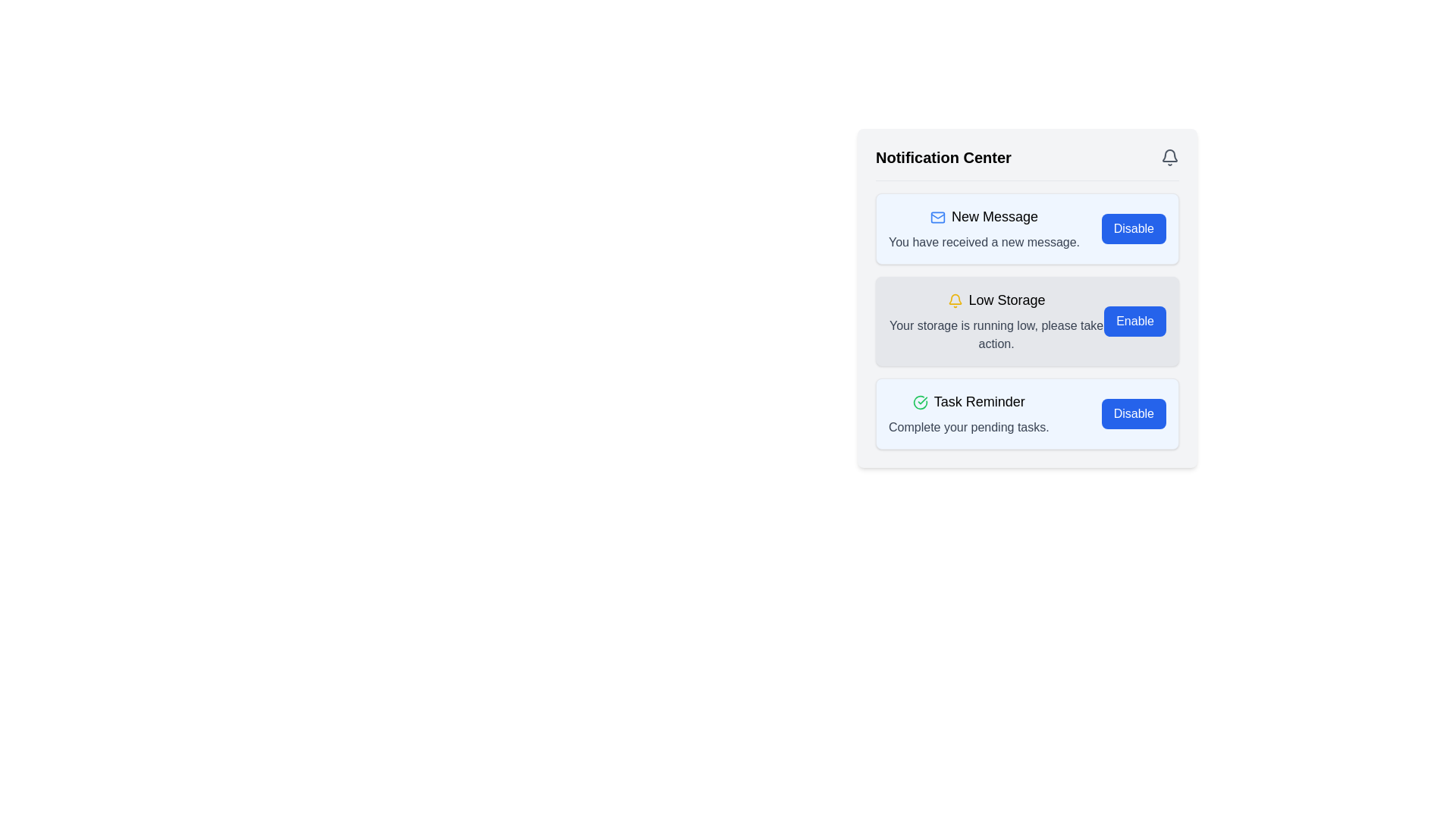  I want to click on the title text element located below the 'New Message' notification and above 'Task Reminder', which serves as a heading for the notification message, so click(996, 300).